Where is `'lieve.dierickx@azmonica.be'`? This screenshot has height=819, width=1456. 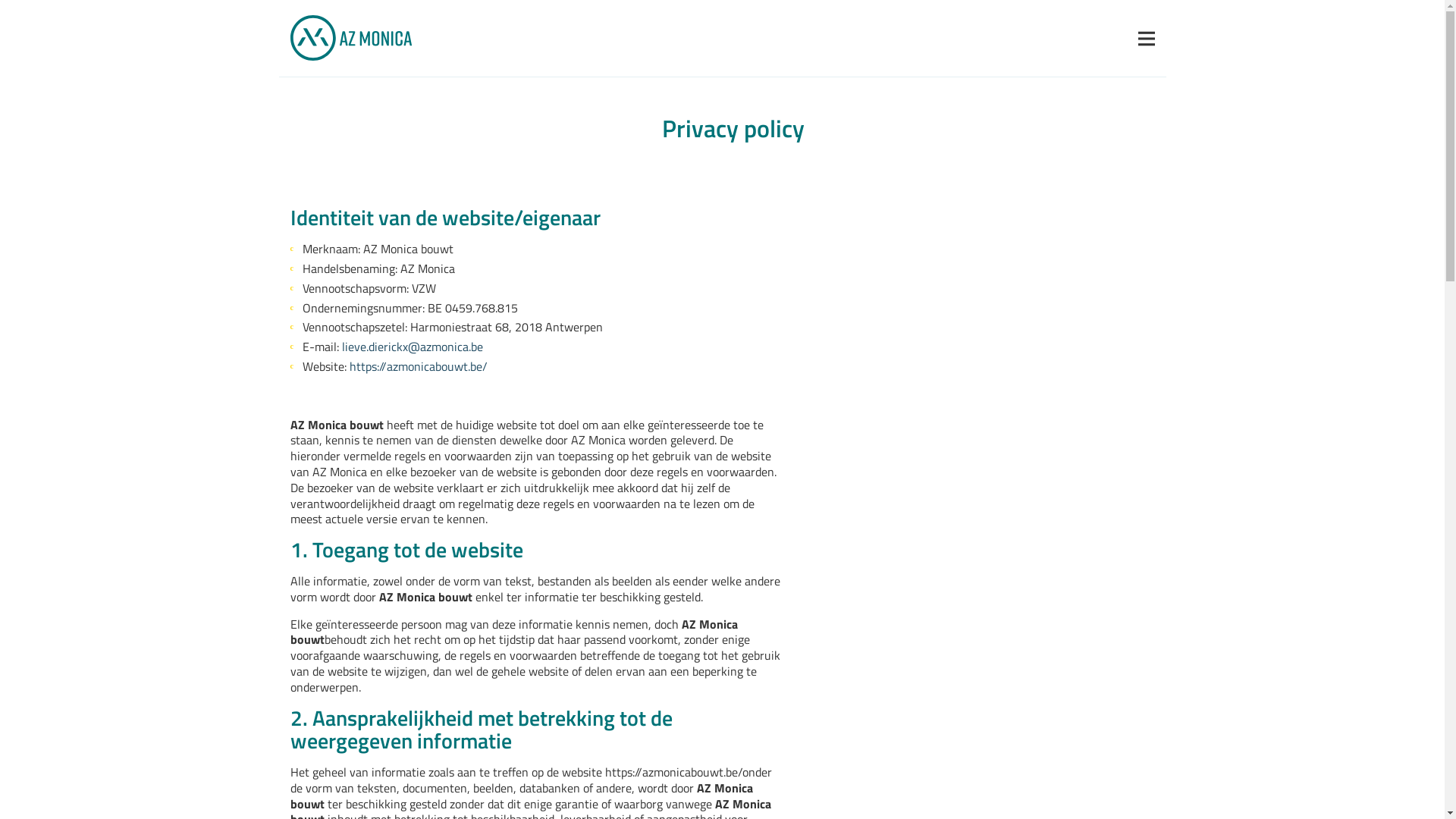
'lieve.dierickx@azmonica.be' is located at coordinates (340, 347).